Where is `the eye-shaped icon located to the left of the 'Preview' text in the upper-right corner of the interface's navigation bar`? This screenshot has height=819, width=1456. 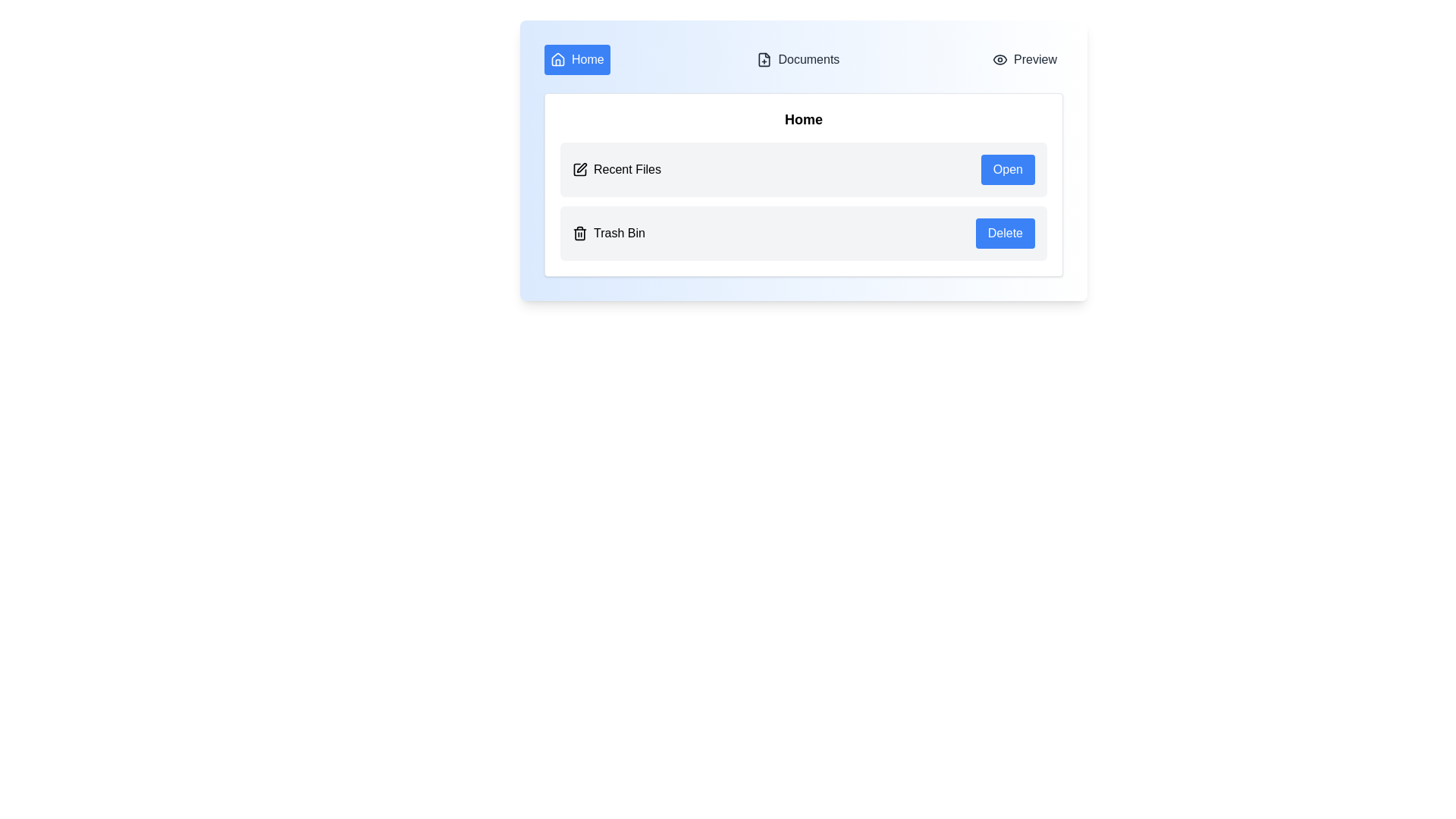
the eye-shaped icon located to the left of the 'Preview' text in the upper-right corner of the interface's navigation bar is located at coordinates (1000, 58).